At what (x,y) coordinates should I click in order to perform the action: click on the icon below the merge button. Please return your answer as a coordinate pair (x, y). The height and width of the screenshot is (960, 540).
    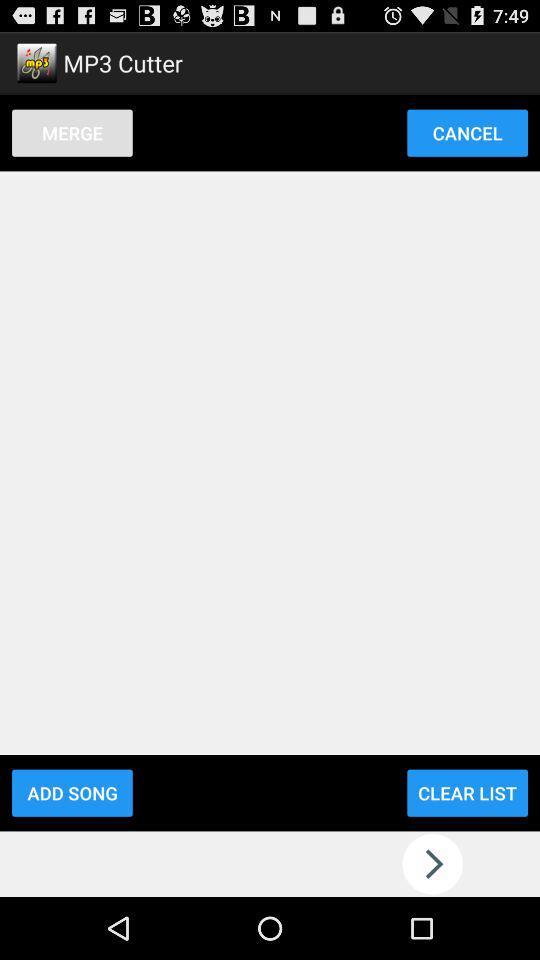
    Looking at the image, I should click on (71, 793).